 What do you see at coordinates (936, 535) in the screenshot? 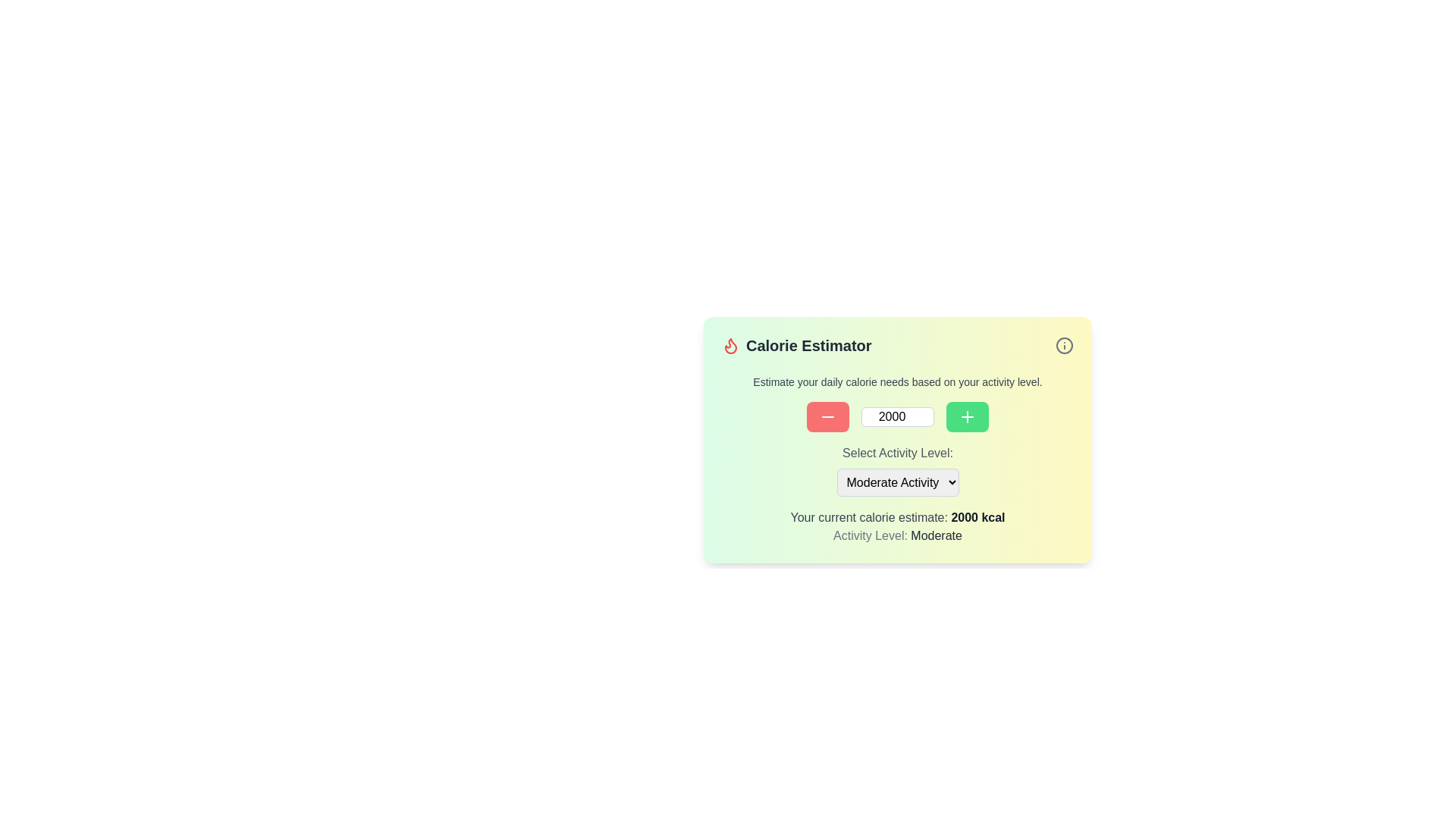
I see `the static text displaying the current selection for the activity level, located under the label 'Activity Level:' in the calorie estimation context` at bounding box center [936, 535].